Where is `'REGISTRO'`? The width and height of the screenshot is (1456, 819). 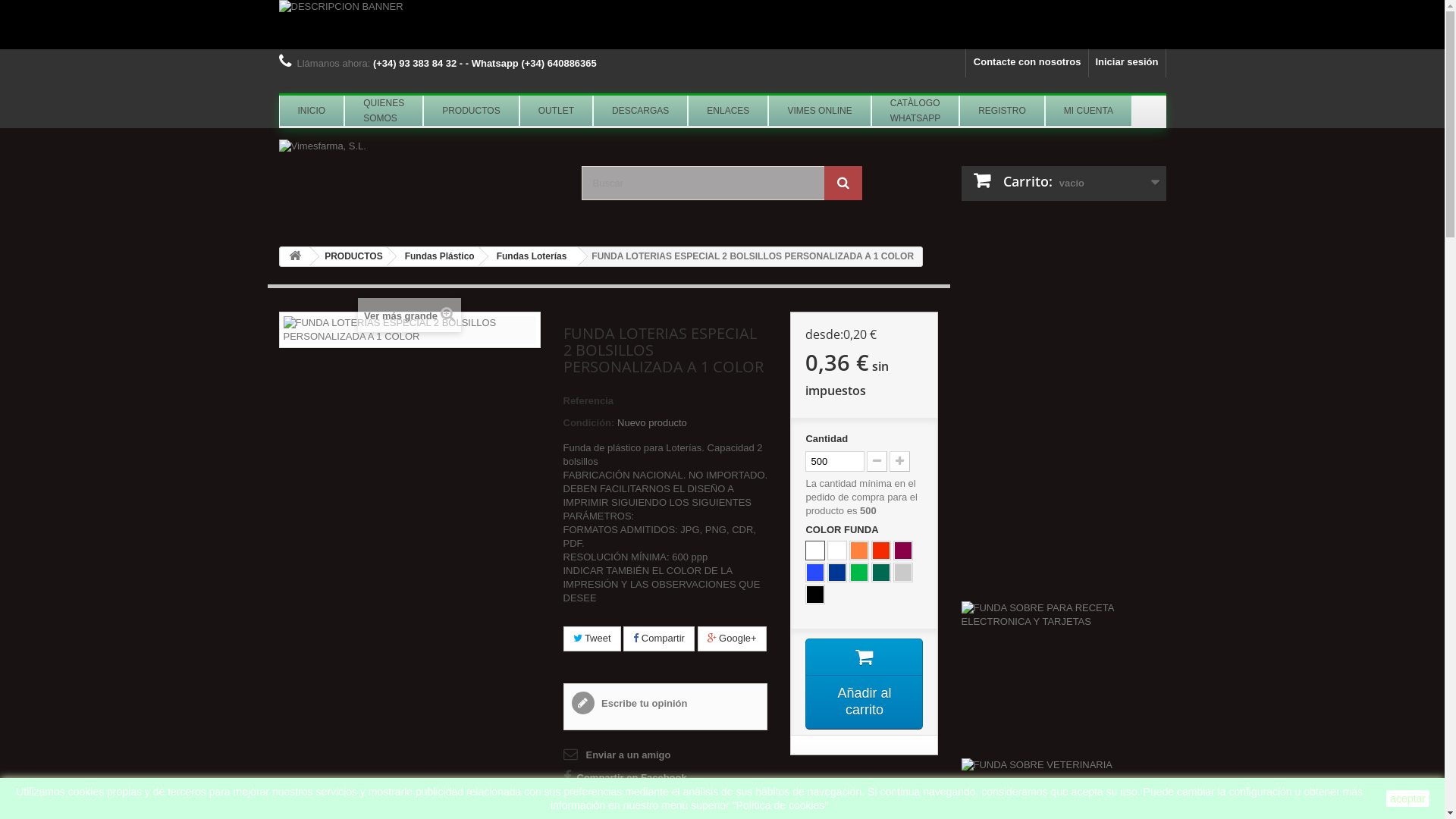
'REGISTRO' is located at coordinates (1002, 110).